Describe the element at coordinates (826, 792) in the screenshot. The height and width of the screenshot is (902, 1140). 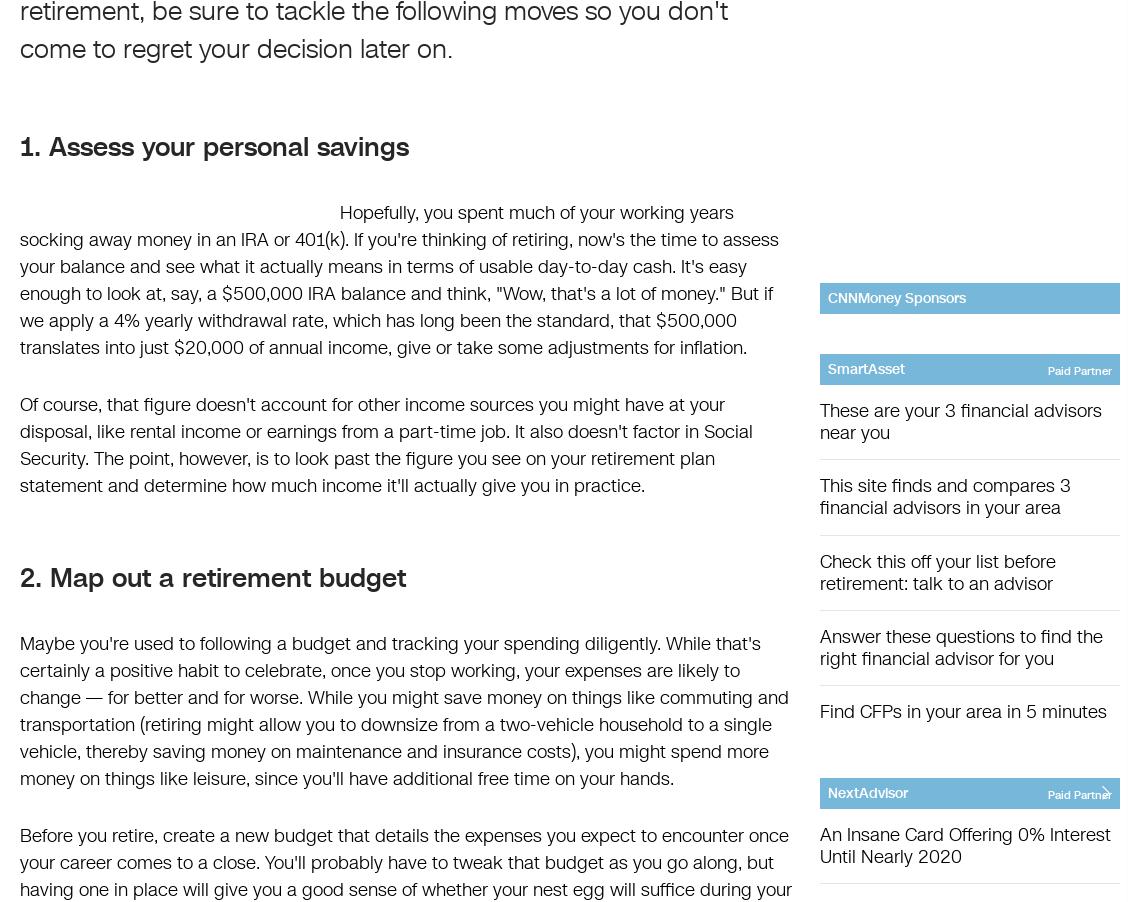
I see `'NextAdvisor'` at that location.